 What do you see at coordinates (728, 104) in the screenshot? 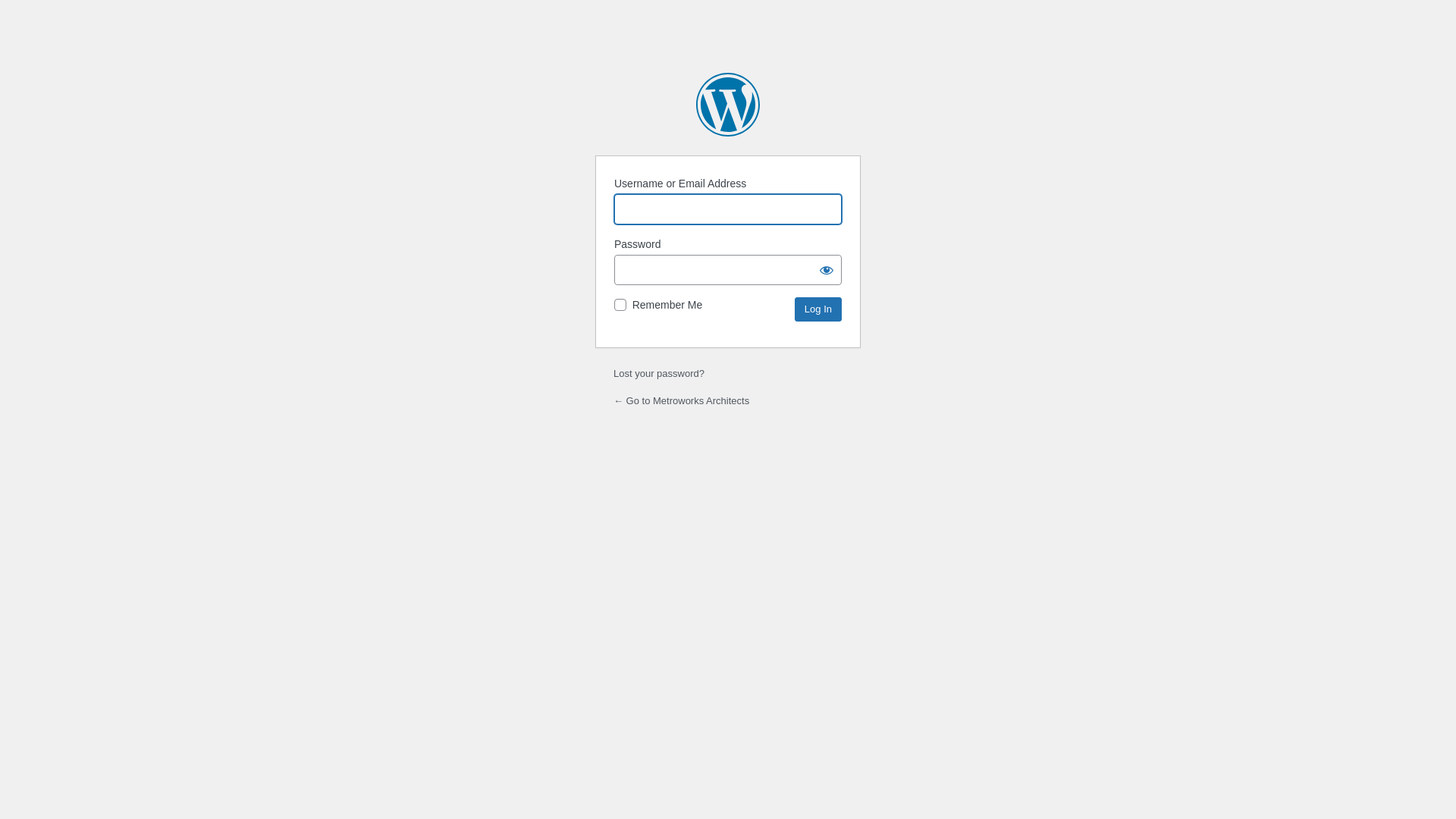
I see `'Powered by WordPress'` at bounding box center [728, 104].